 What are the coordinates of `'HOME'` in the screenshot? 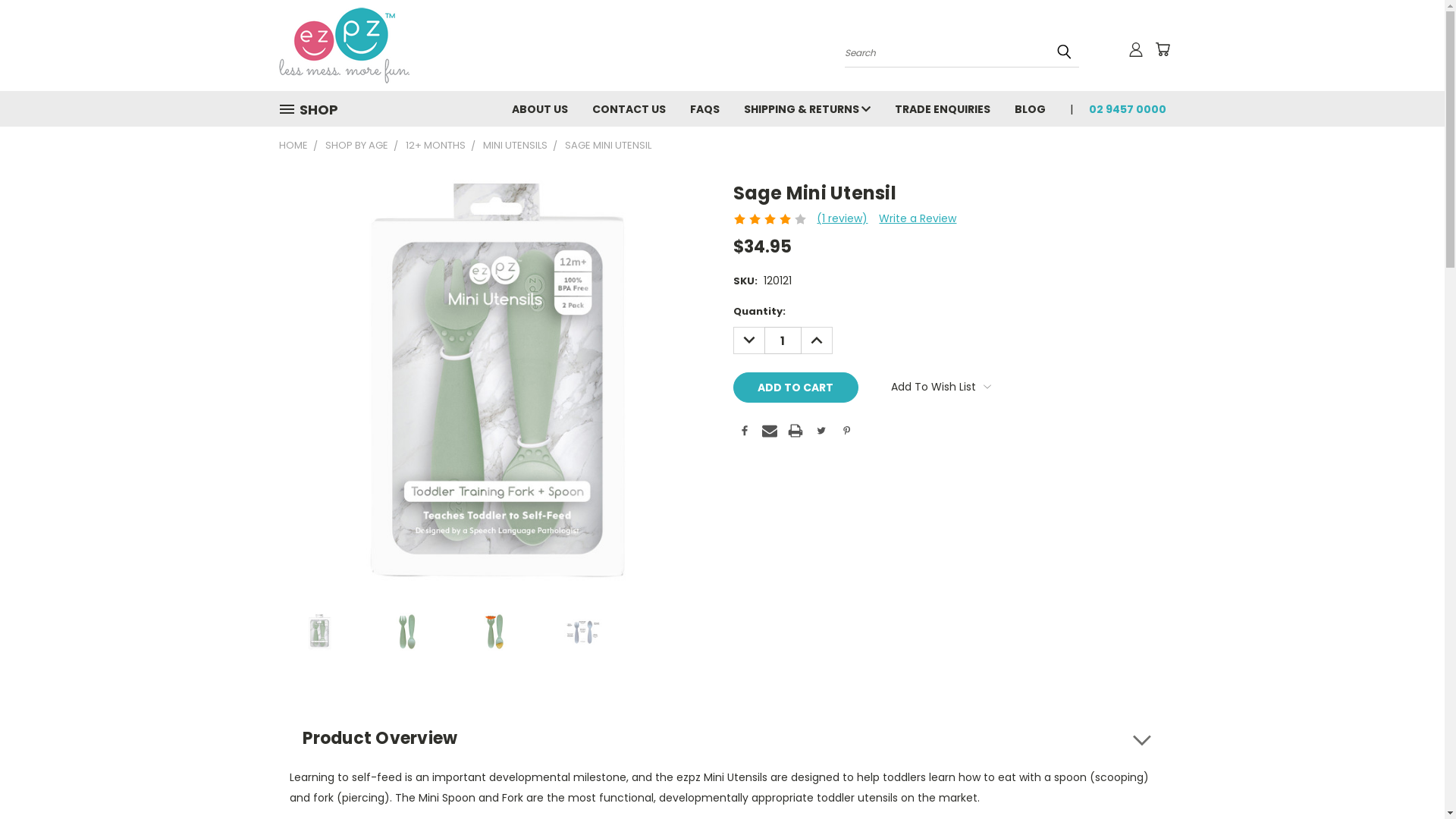 It's located at (293, 145).